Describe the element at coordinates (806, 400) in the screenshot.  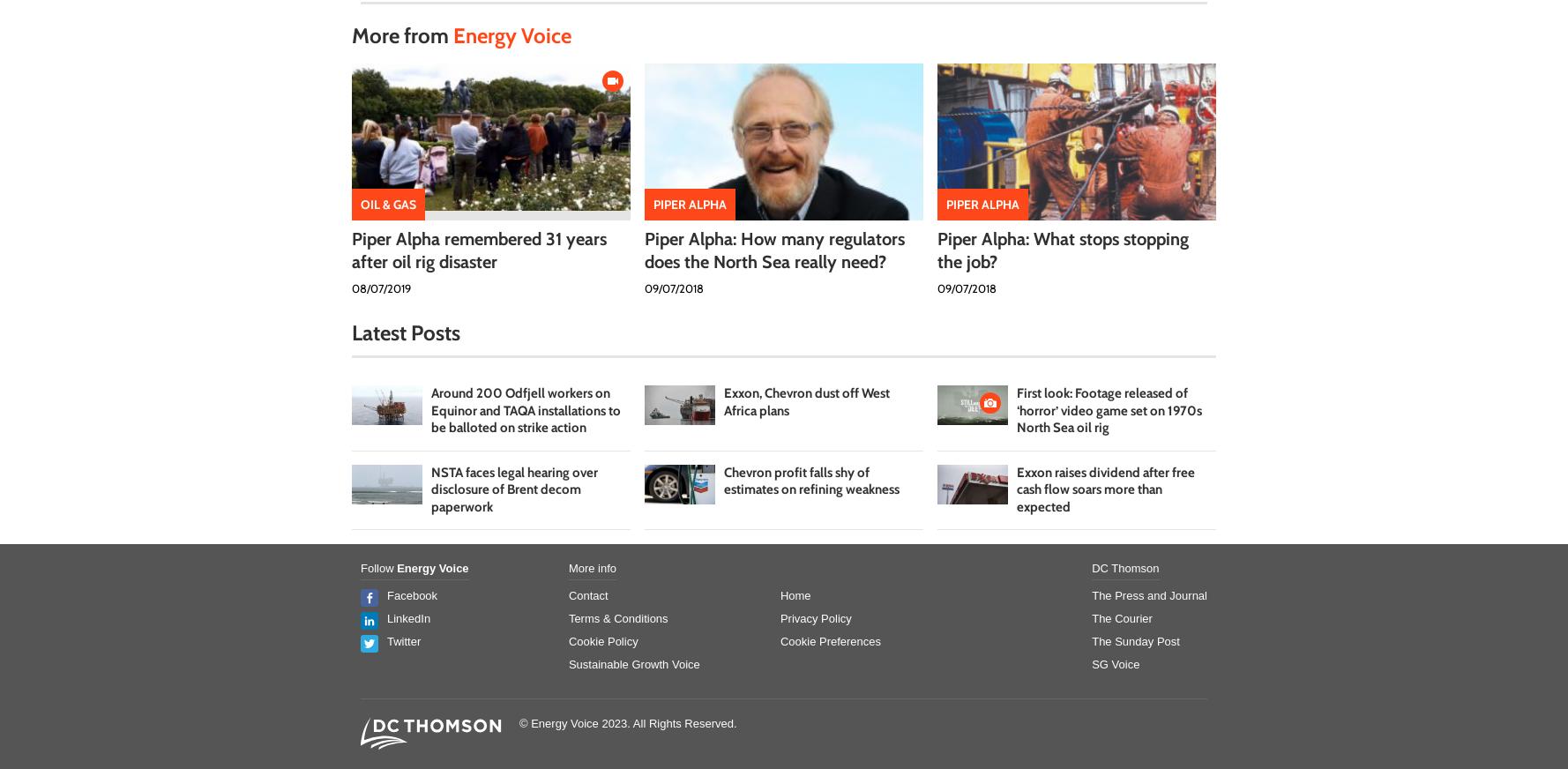
I see `'Exxon, Chevron dust off West Africa plans'` at that location.